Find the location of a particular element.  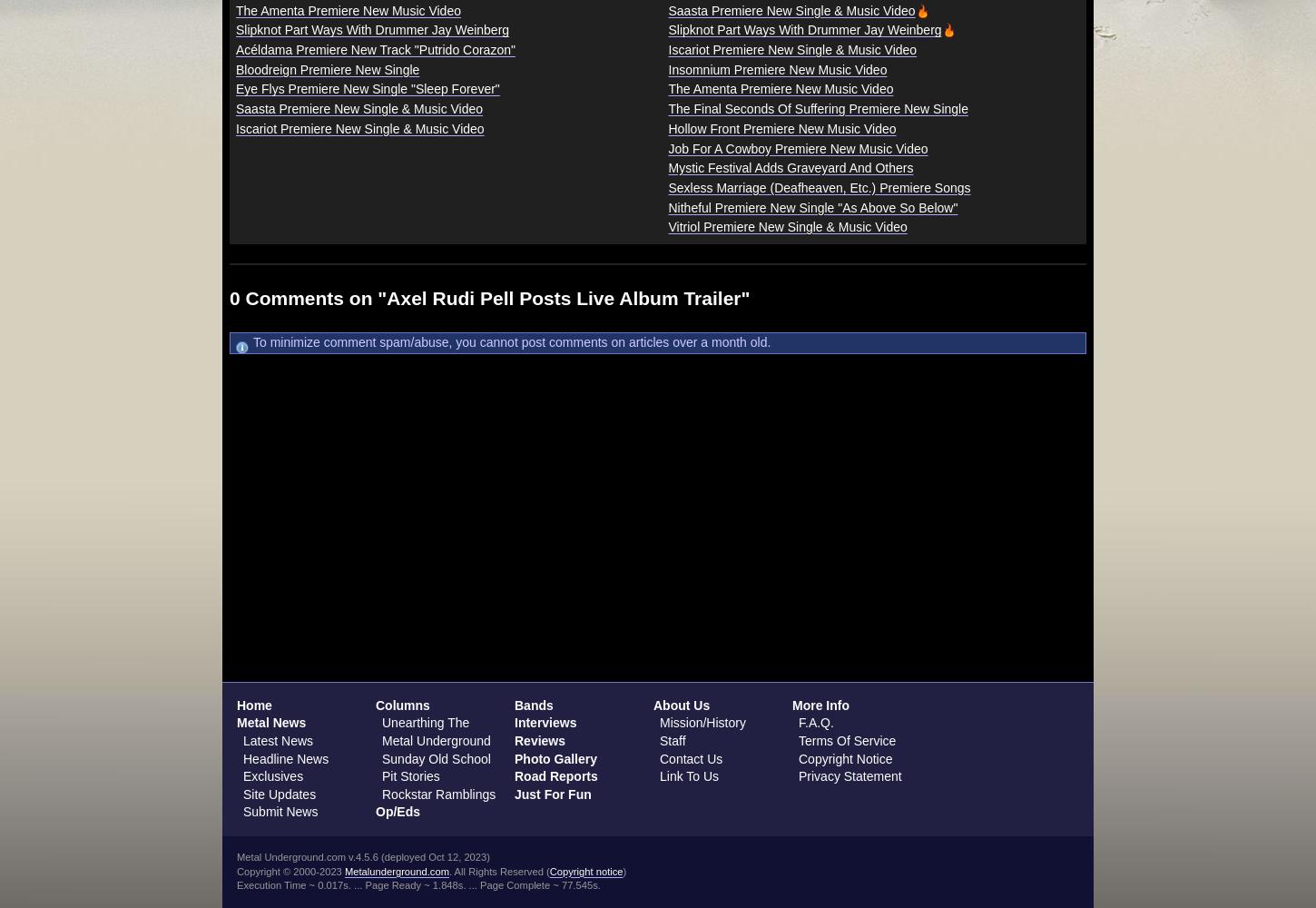

'Pit Stories' is located at coordinates (409, 775).